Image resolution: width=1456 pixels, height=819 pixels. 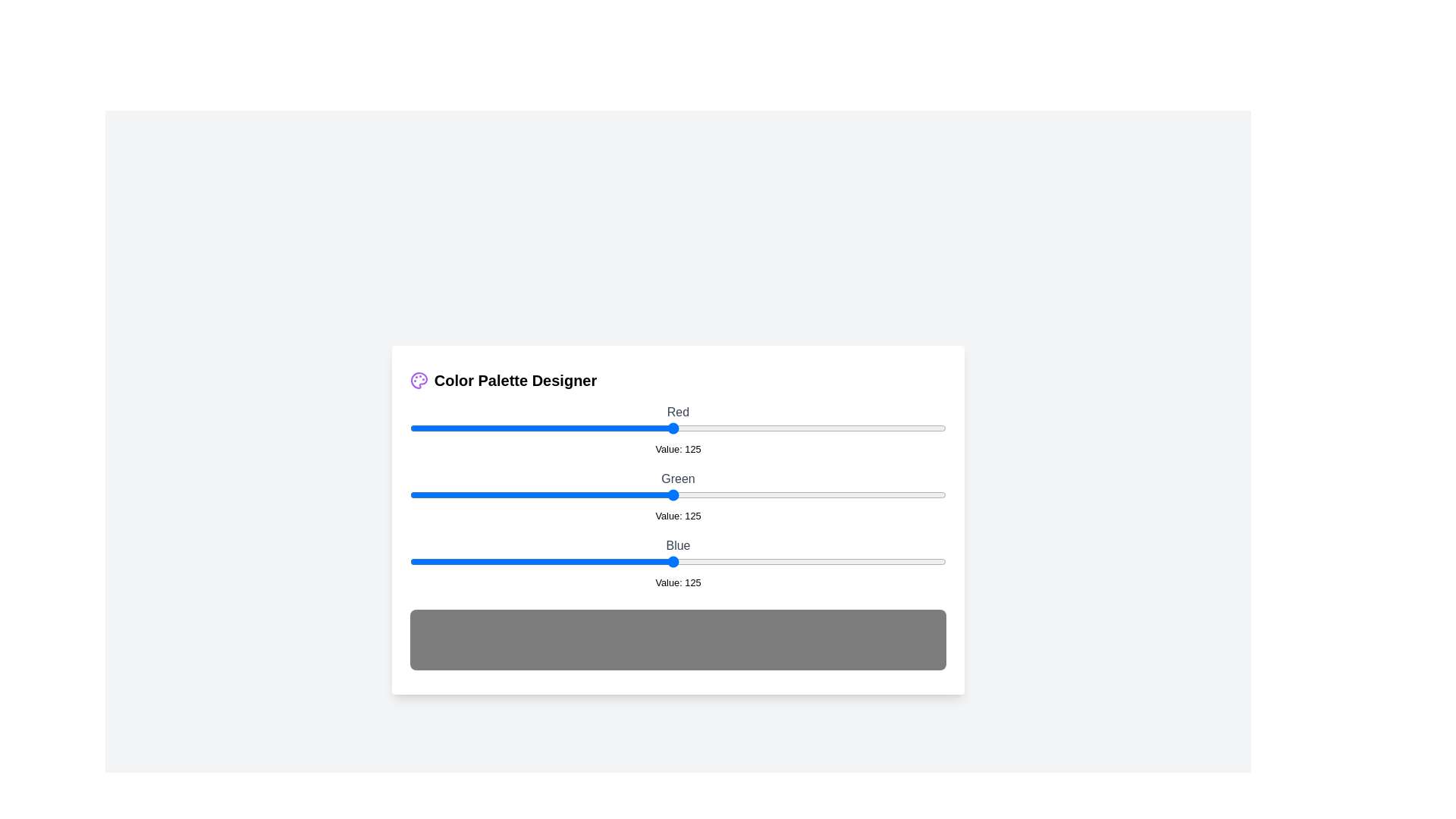 I want to click on the 0 slider to 69, so click(x=554, y=428).